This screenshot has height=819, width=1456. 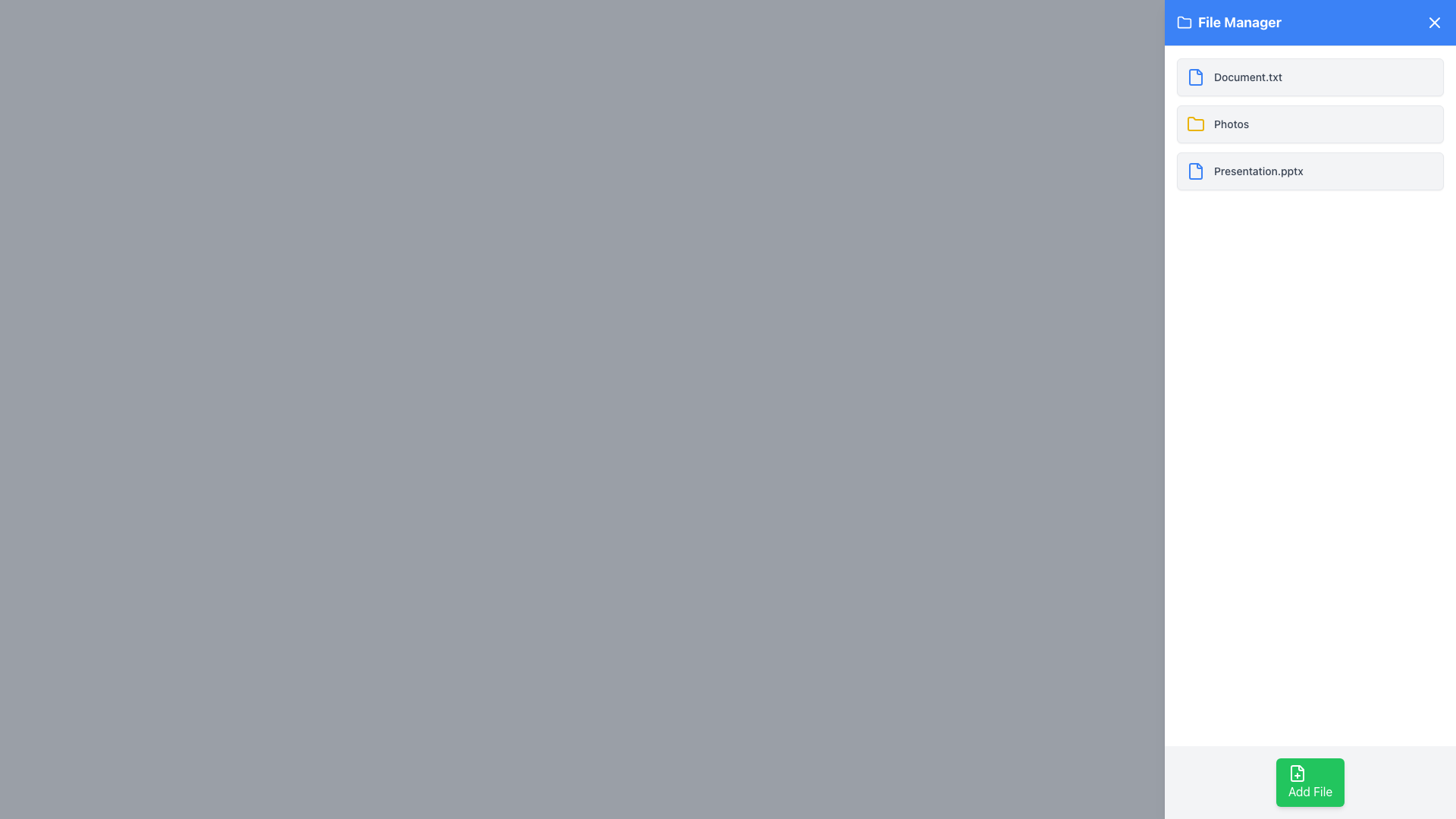 What do you see at coordinates (1433, 23) in the screenshot?
I see `the close button located in the upper-right corner of the 'File Manager' interface header bar` at bounding box center [1433, 23].